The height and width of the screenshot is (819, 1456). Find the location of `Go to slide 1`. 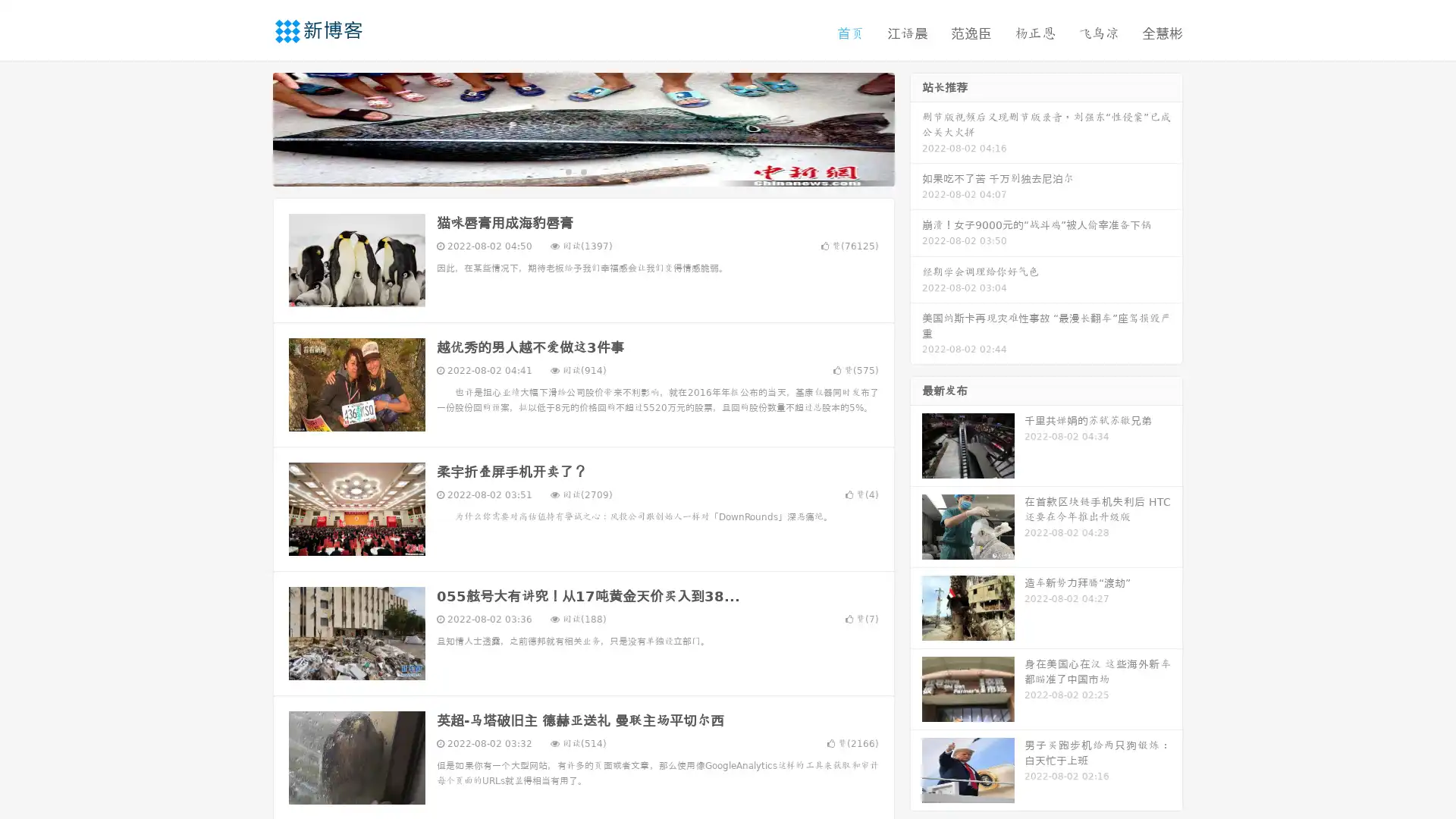

Go to slide 1 is located at coordinates (567, 171).